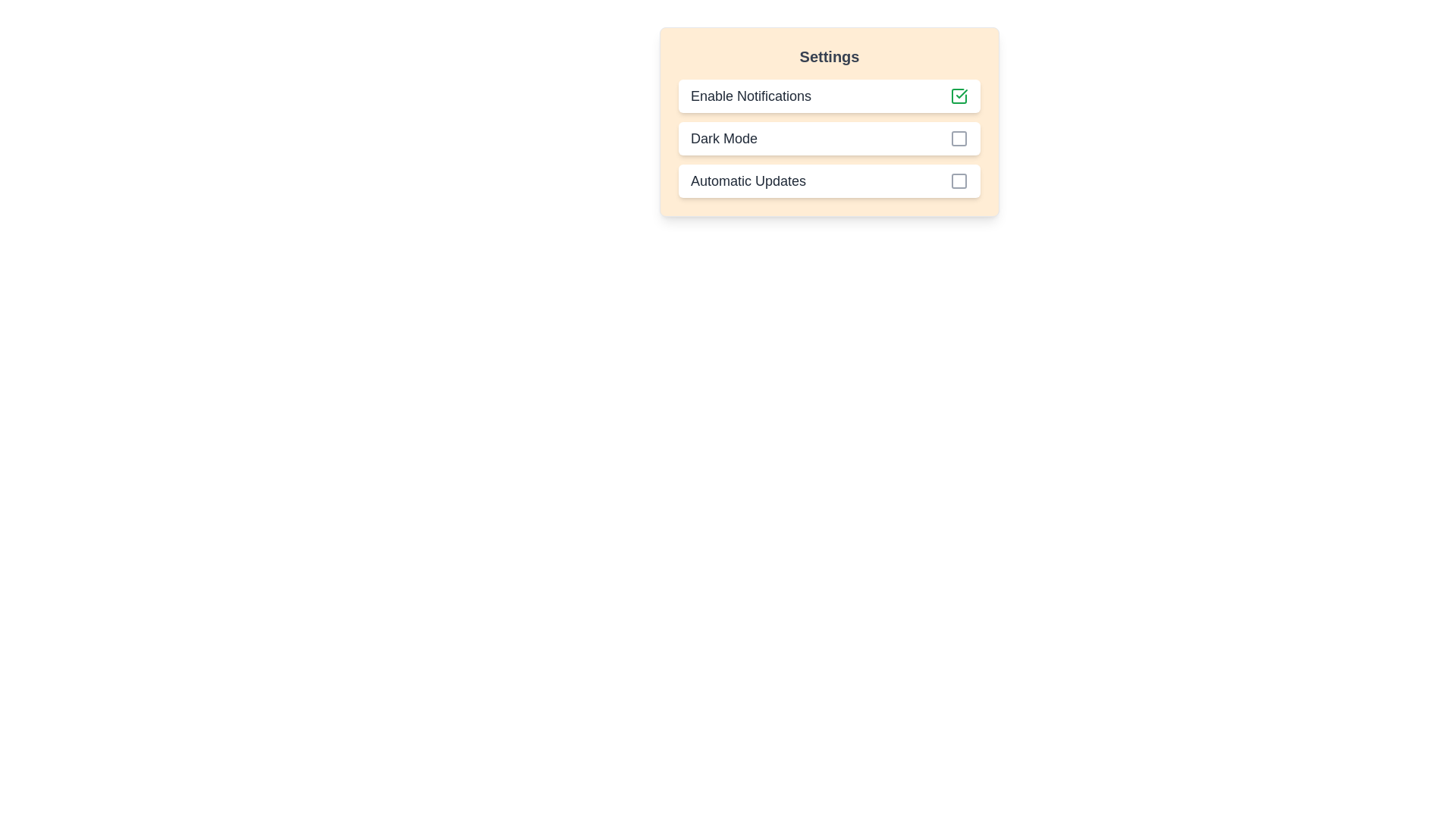 The height and width of the screenshot is (819, 1456). I want to click on the third checkbox icon for 'Automatic Updates', so click(959, 180).